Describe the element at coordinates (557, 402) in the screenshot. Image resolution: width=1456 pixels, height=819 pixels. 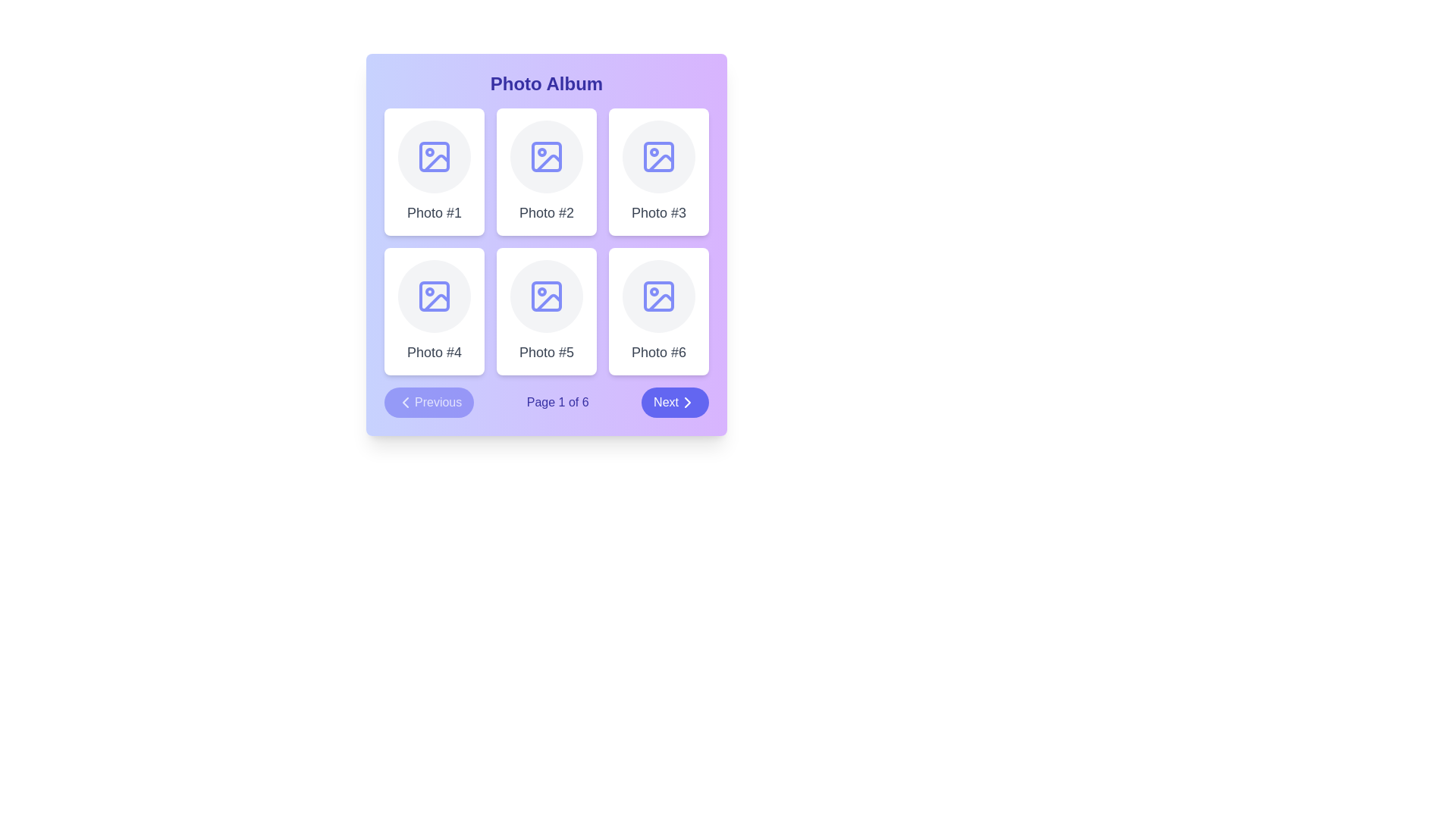
I see `the text label displaying 'Page 1 of 6', which is styled with an indigo font color and located in the navigation bar at the bottom of the 'Photo Album' interface` at that location.